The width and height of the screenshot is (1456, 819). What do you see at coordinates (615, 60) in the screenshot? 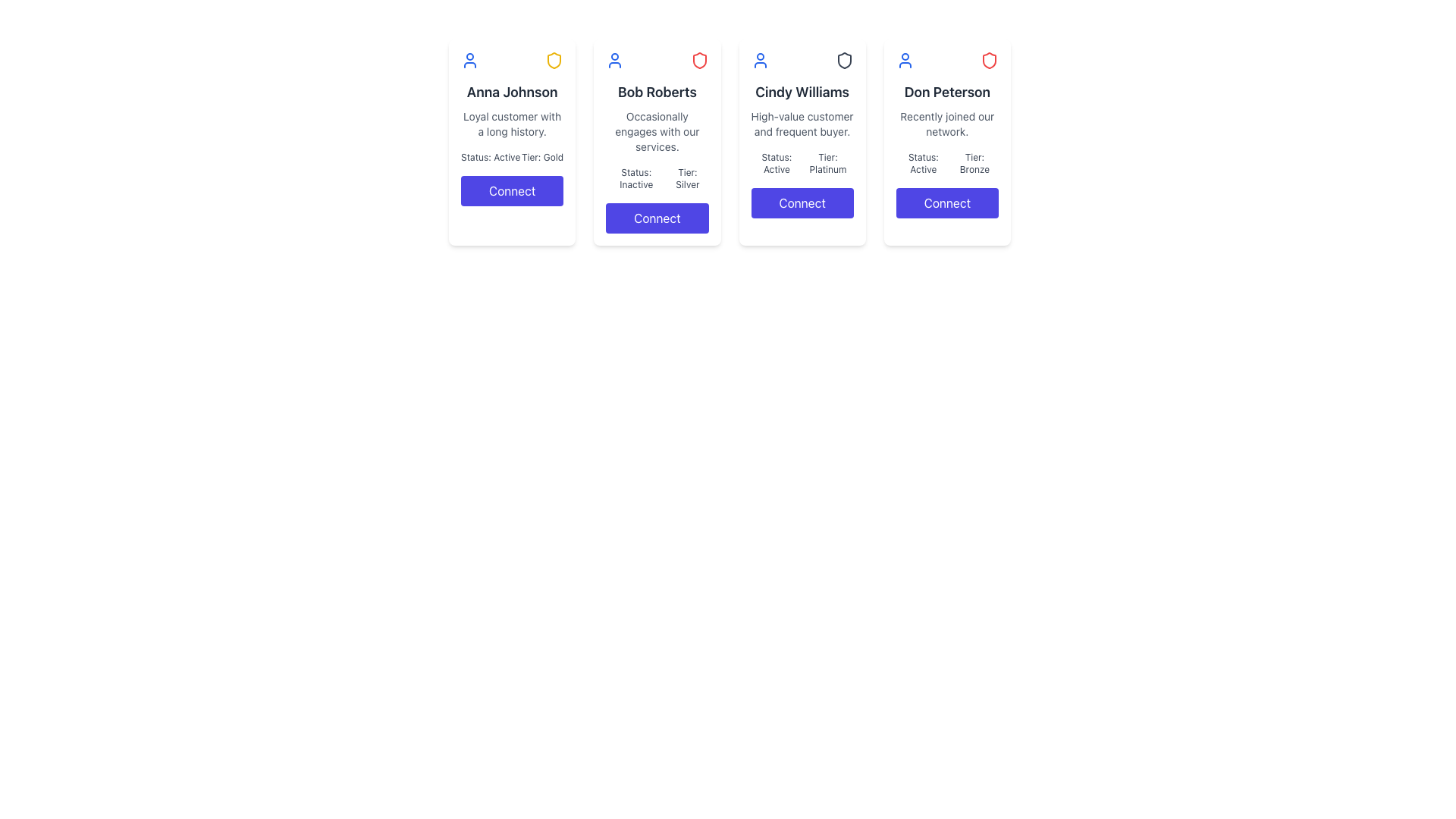
I see `the profile icon for Bob Roberts, which is the first icon on the second card in the series of horizontally arranged cards` at bounding box center [615, 60].